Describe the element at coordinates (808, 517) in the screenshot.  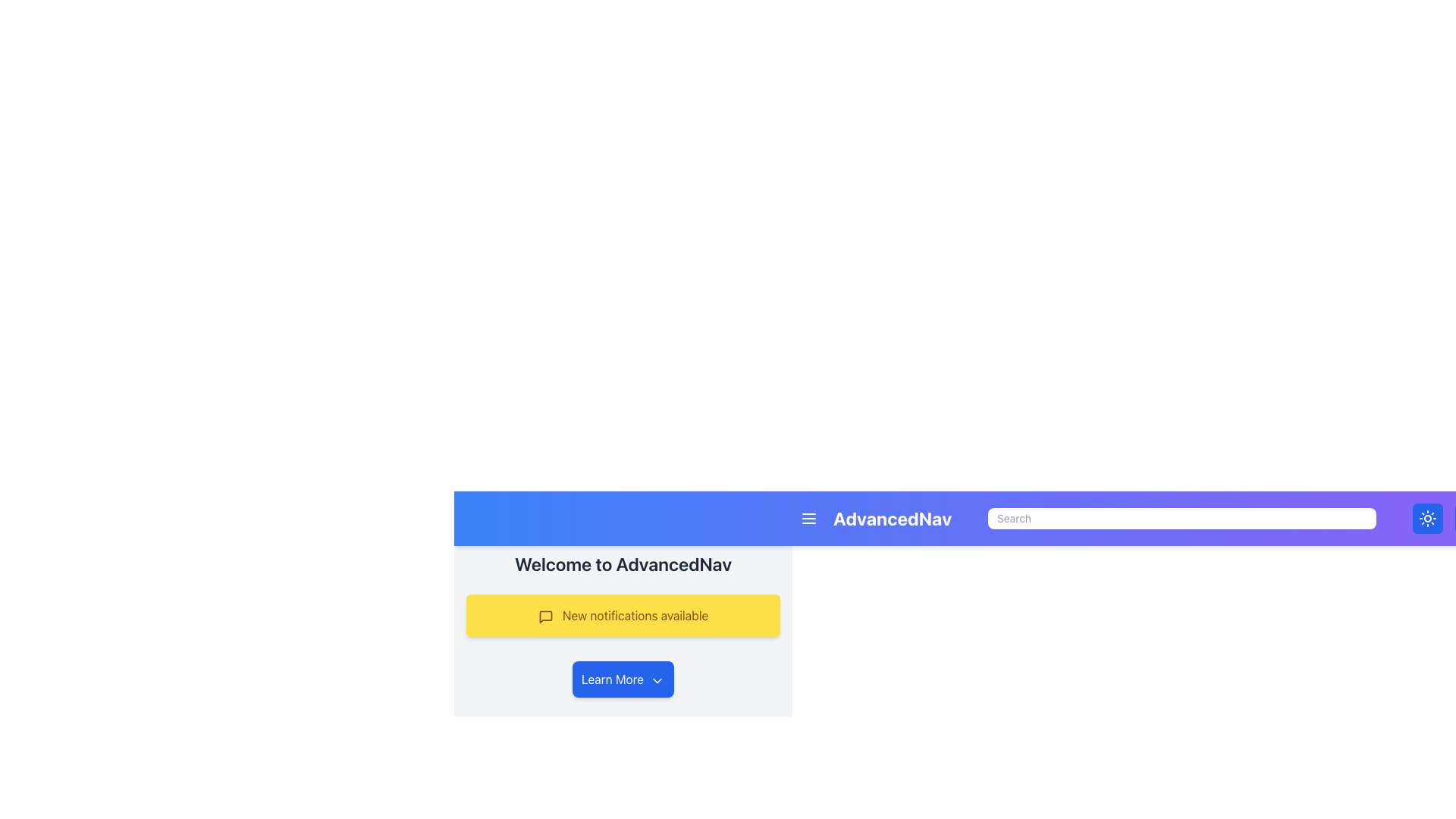
I see `the menu icon button, which consists of three horizontal lines styled in white on a blue background, located in the navigation bar at the top of the interface, to the left of the 'AdvancedNav' text` at that location.